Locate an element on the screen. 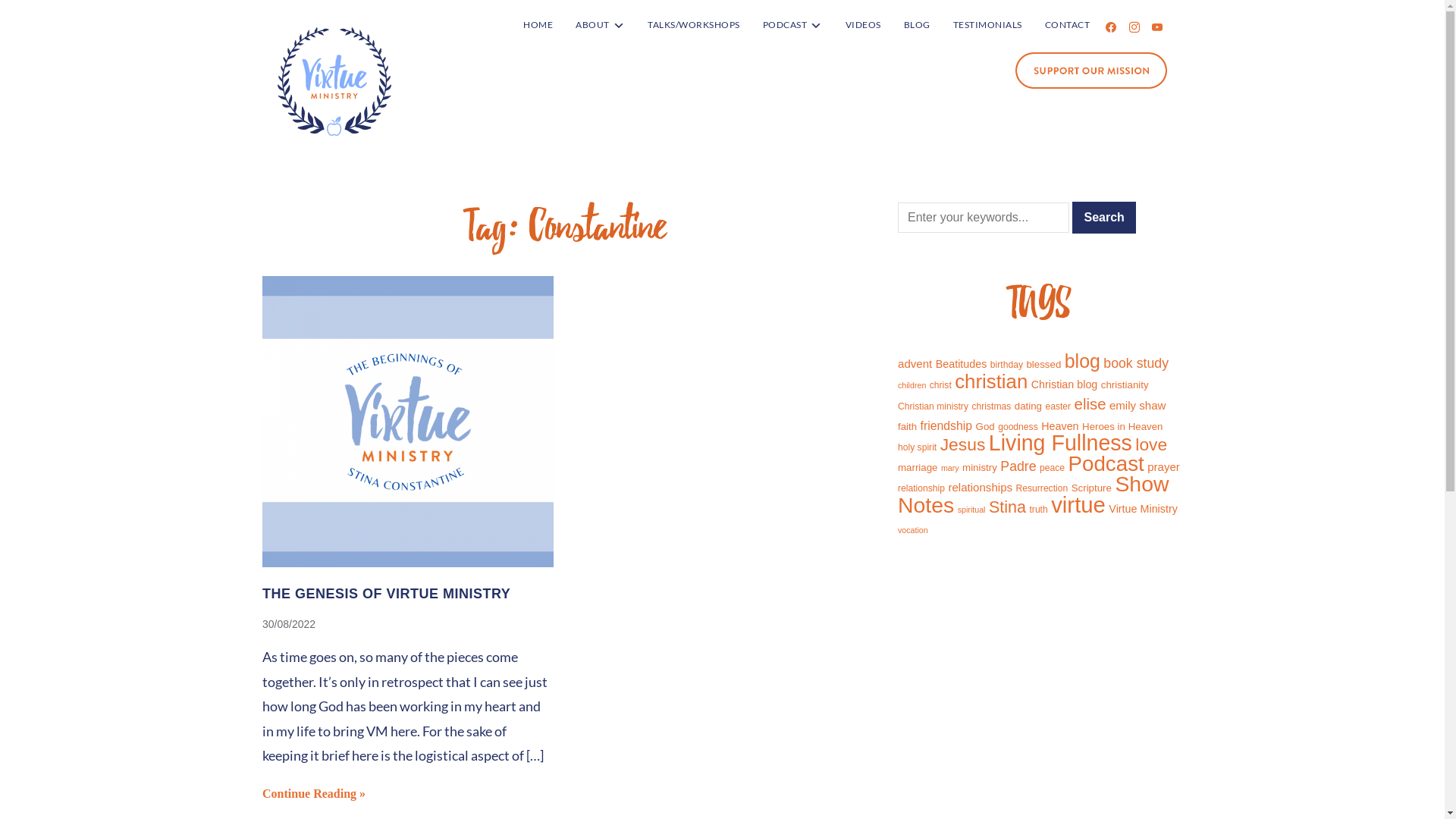 The width and height of the screenshot is (1456, 819). 'mary' is located at coordinates (949, 467).